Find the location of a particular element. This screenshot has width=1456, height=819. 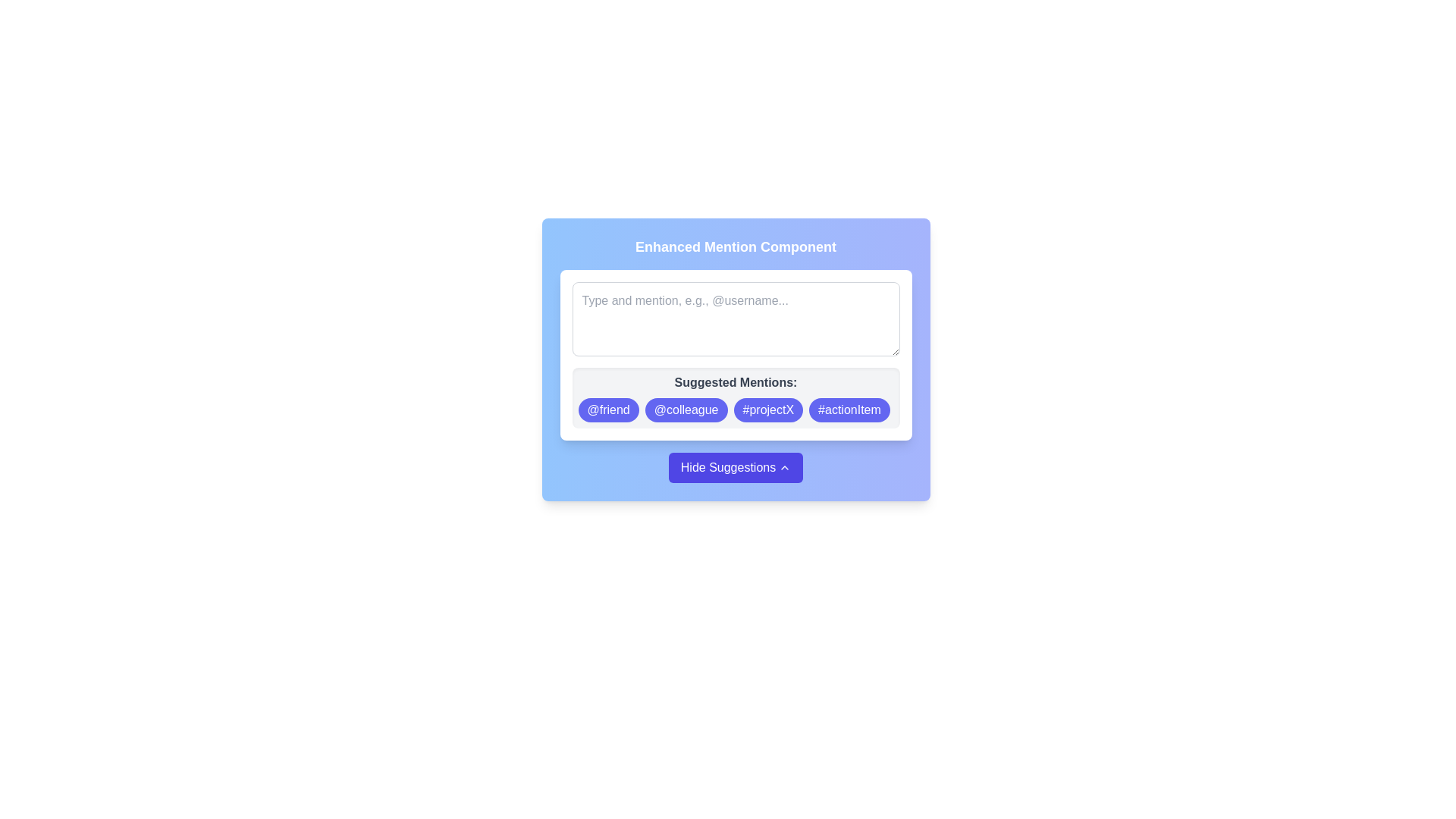

the second suggestion button labeled '@colleague' in the 'Suggested Mentions' section to insert the mention into the input field above is located at coordinates (686, 409).